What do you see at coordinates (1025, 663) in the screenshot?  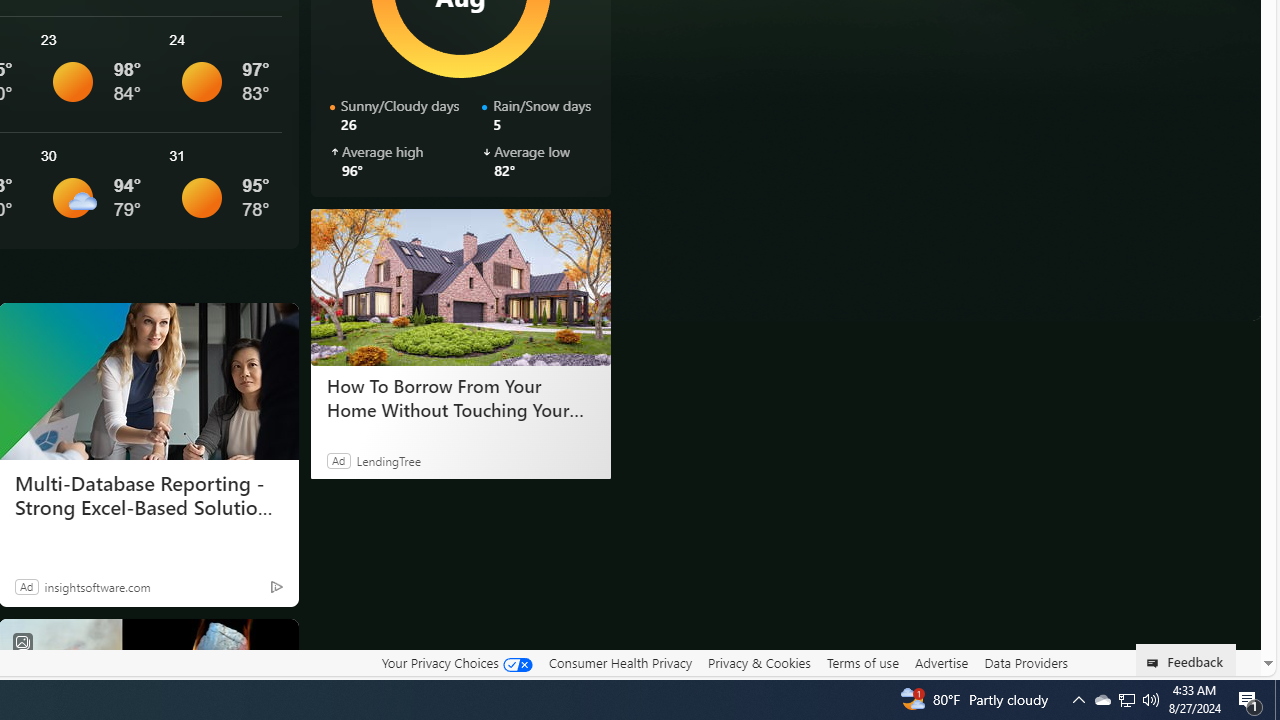 I see `'Data Providers'` at bounding box center [1025, 663].